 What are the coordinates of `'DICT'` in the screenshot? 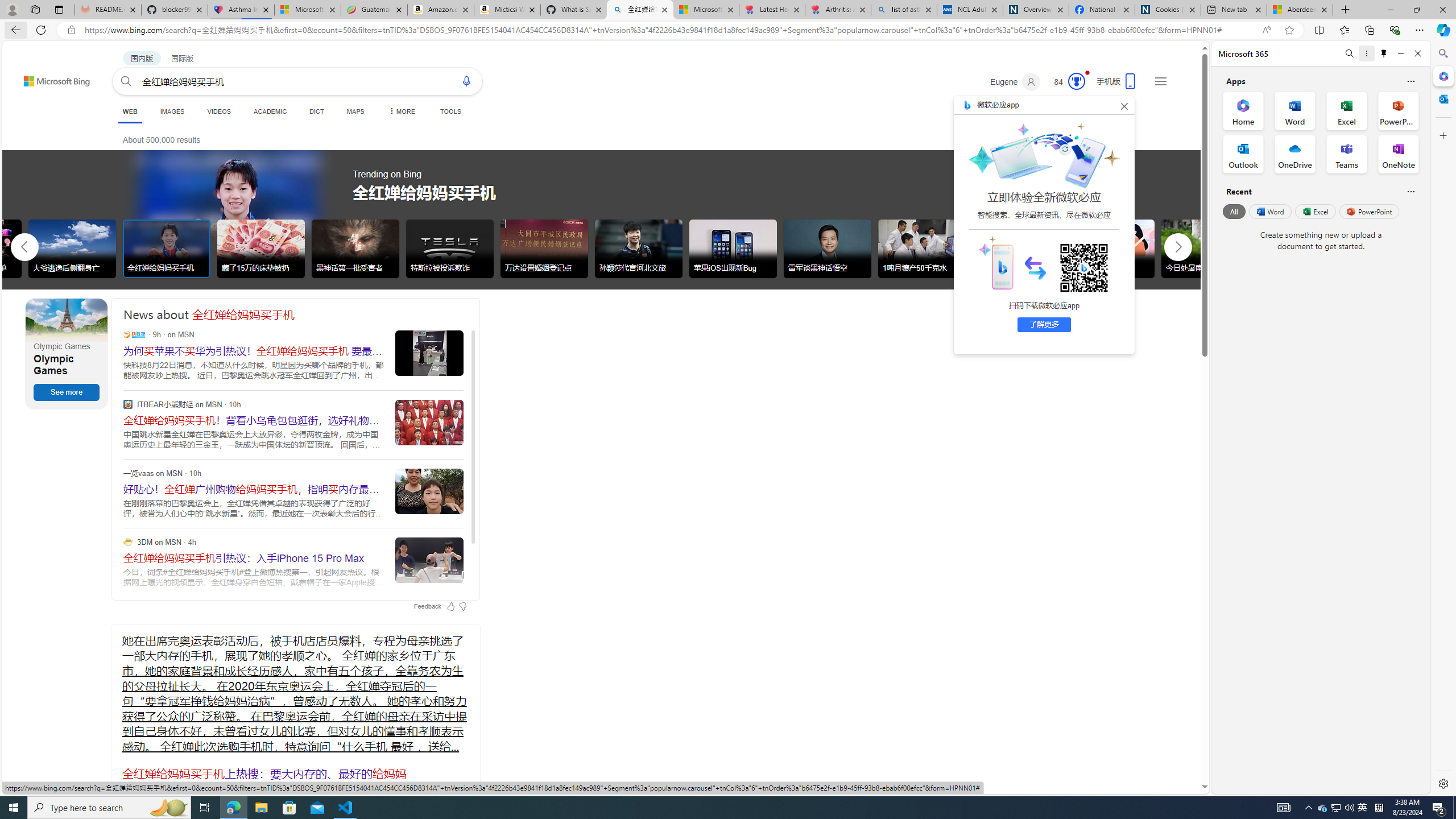 It's located at (316, 111).